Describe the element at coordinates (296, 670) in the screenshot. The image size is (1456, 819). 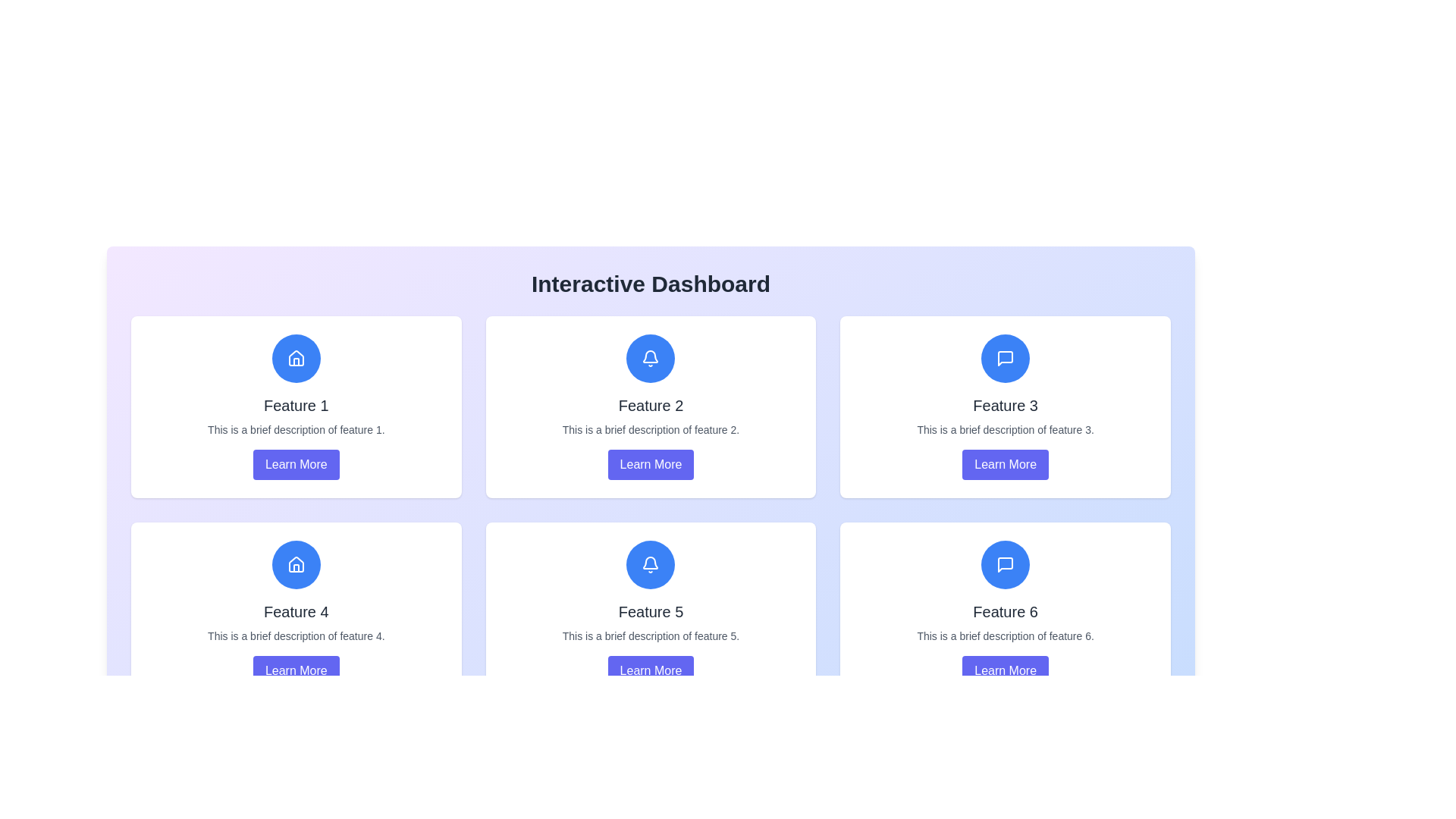
I see `the rectangular button labeled 'Learn More' with white text on a blue background, located at the bottom of the content pane for 'Feature 4', to load more content` at that location.